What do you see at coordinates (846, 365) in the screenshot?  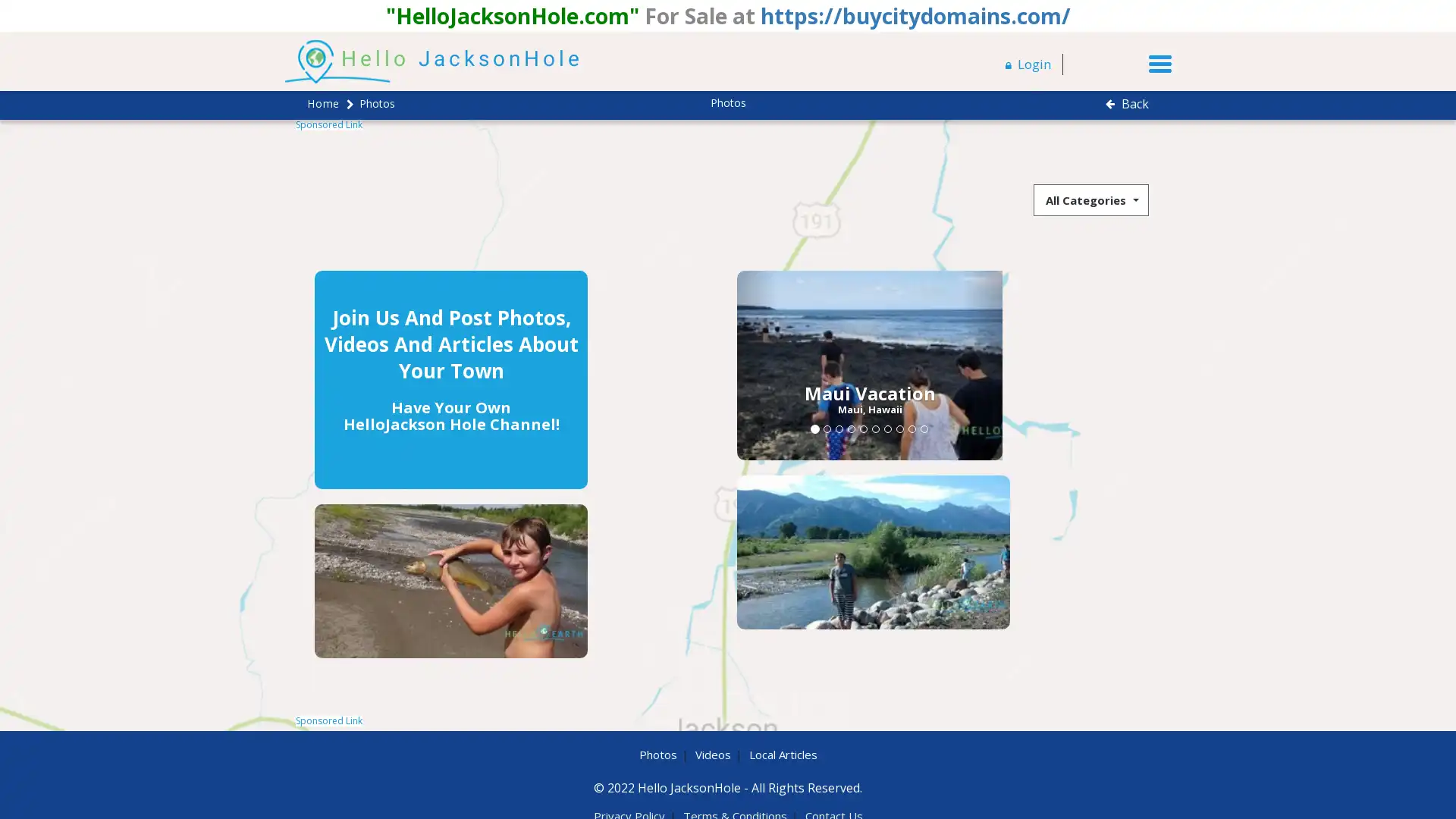 I see `Next` at bounding box center [846, 365].